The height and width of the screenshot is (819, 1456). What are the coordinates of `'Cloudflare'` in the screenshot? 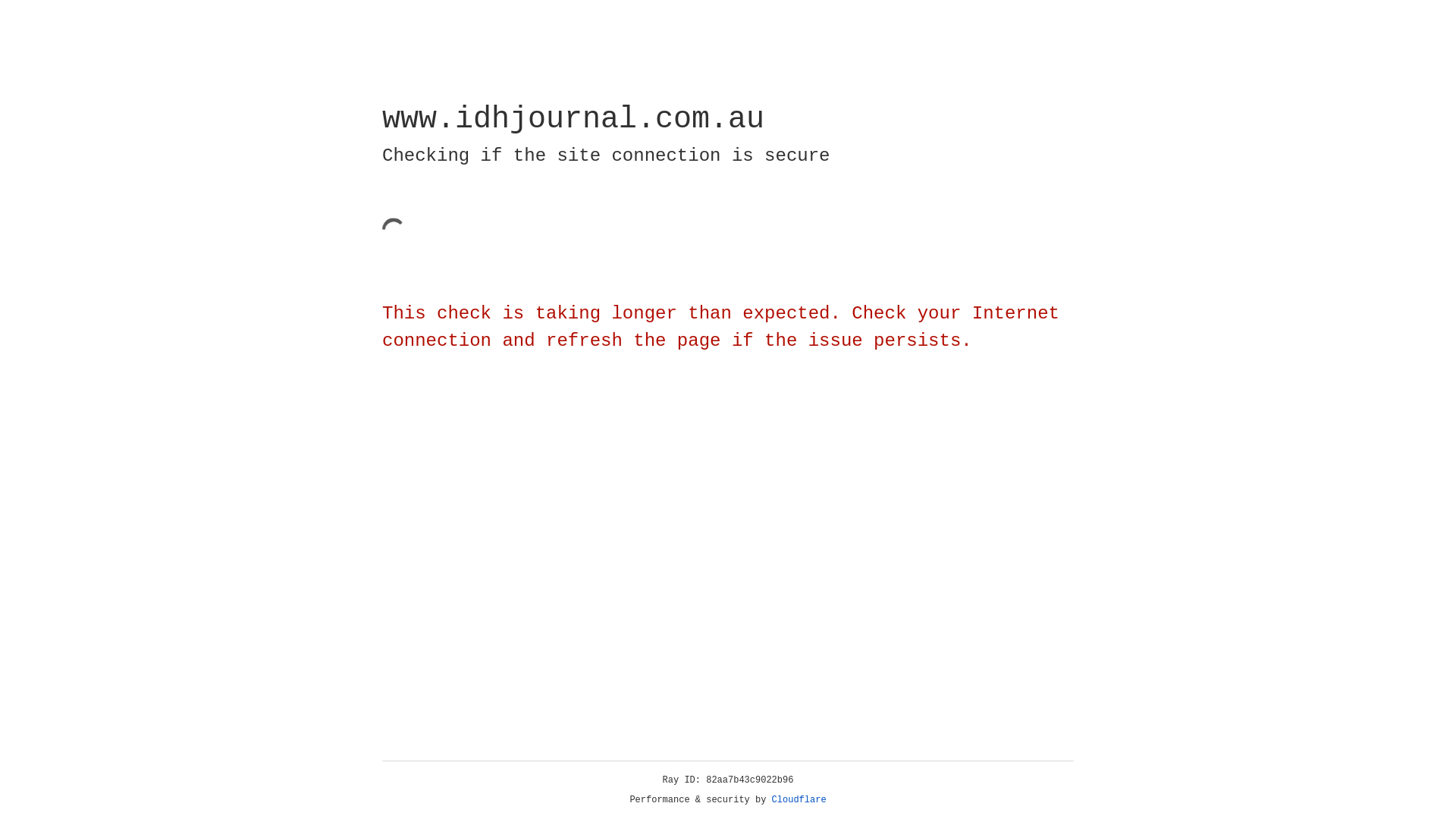 It's located at (771, 799).